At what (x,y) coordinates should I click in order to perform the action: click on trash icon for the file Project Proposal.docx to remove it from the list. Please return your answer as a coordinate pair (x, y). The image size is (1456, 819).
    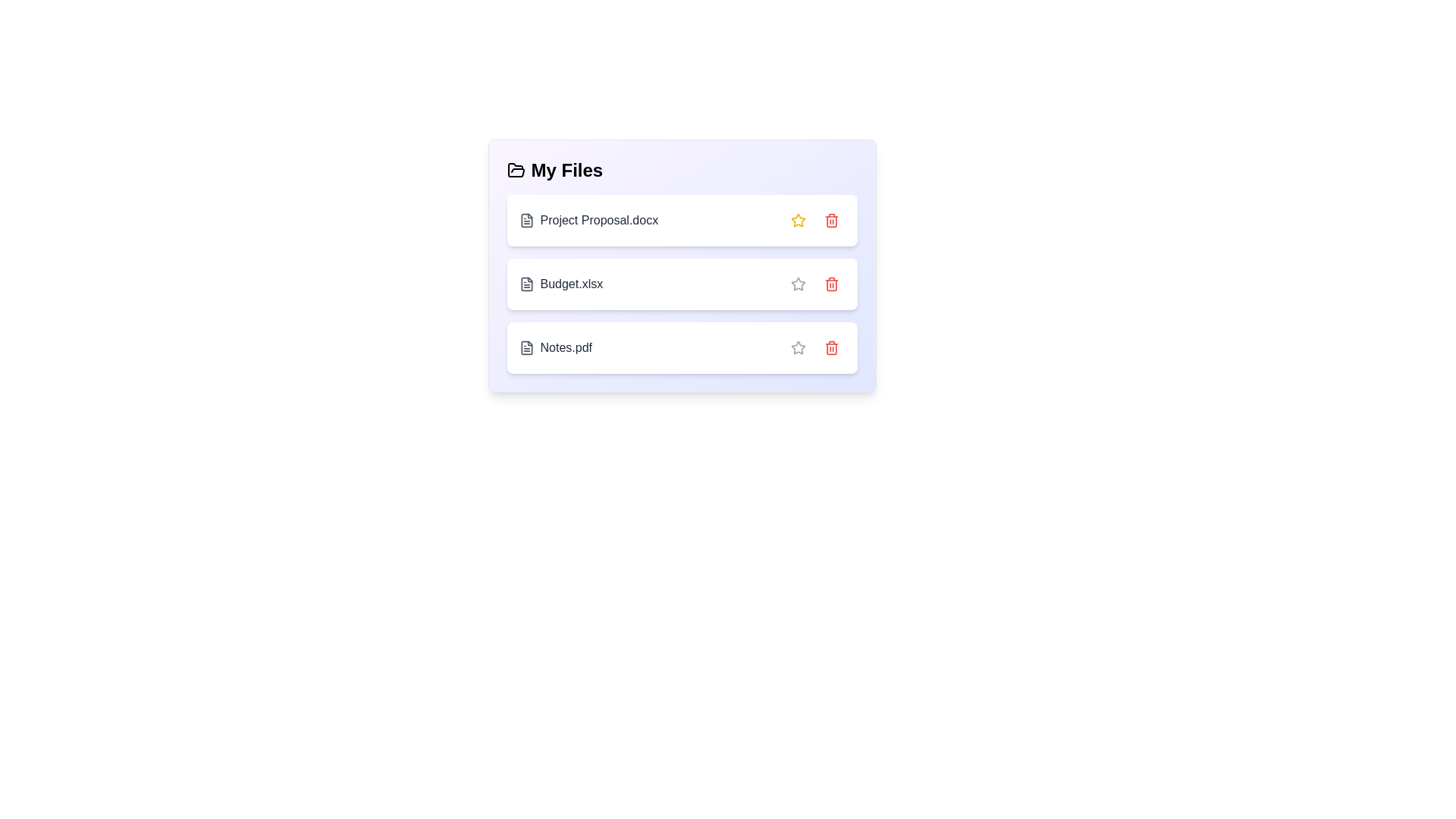
    Looking at the image, I should click on (830, 220).